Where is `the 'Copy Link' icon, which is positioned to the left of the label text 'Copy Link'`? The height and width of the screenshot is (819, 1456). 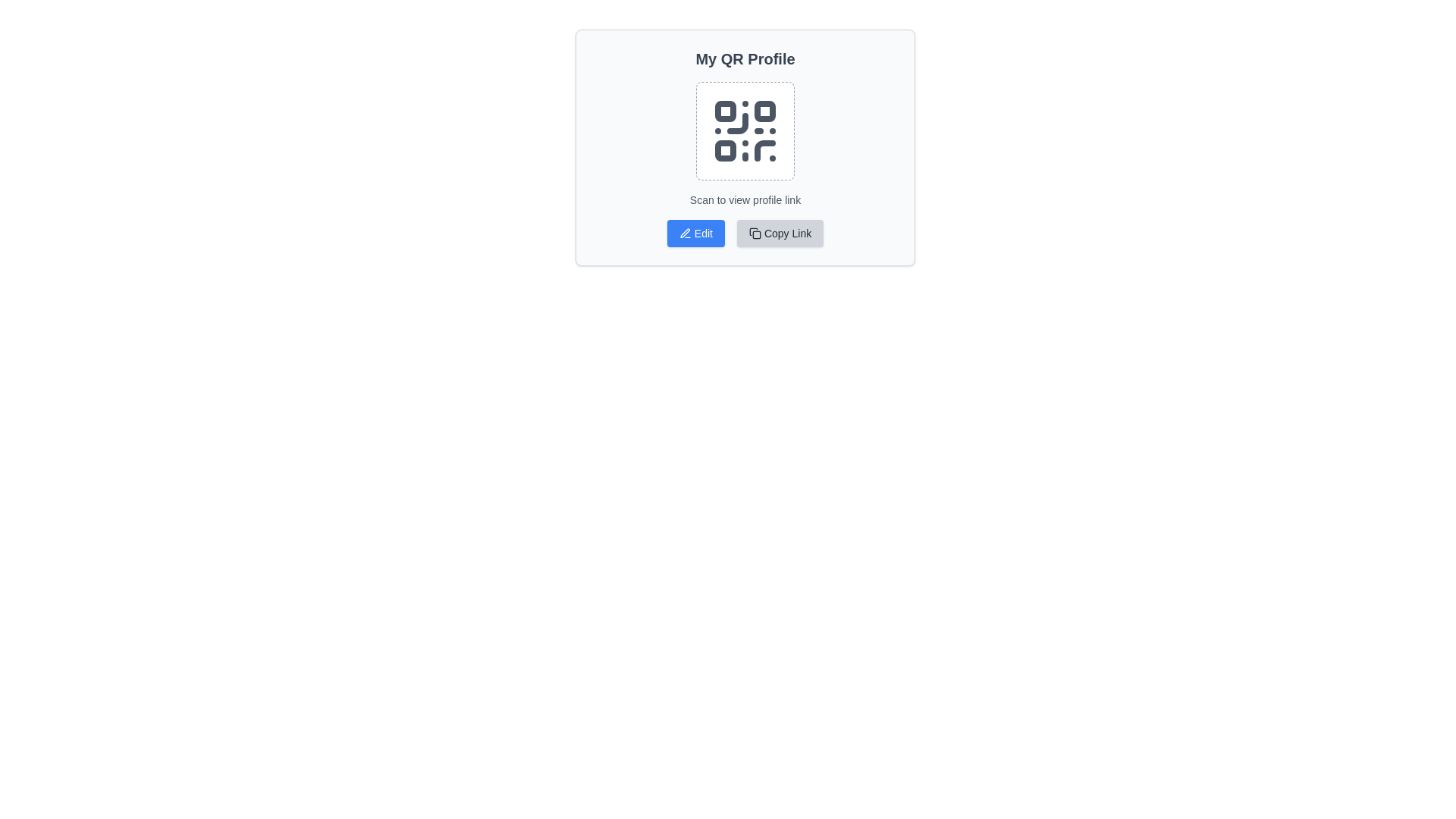
the 'Copy Link' icon, which is positioned to the left of the label text 'Copy Link' is located at coordinates (755, 234).